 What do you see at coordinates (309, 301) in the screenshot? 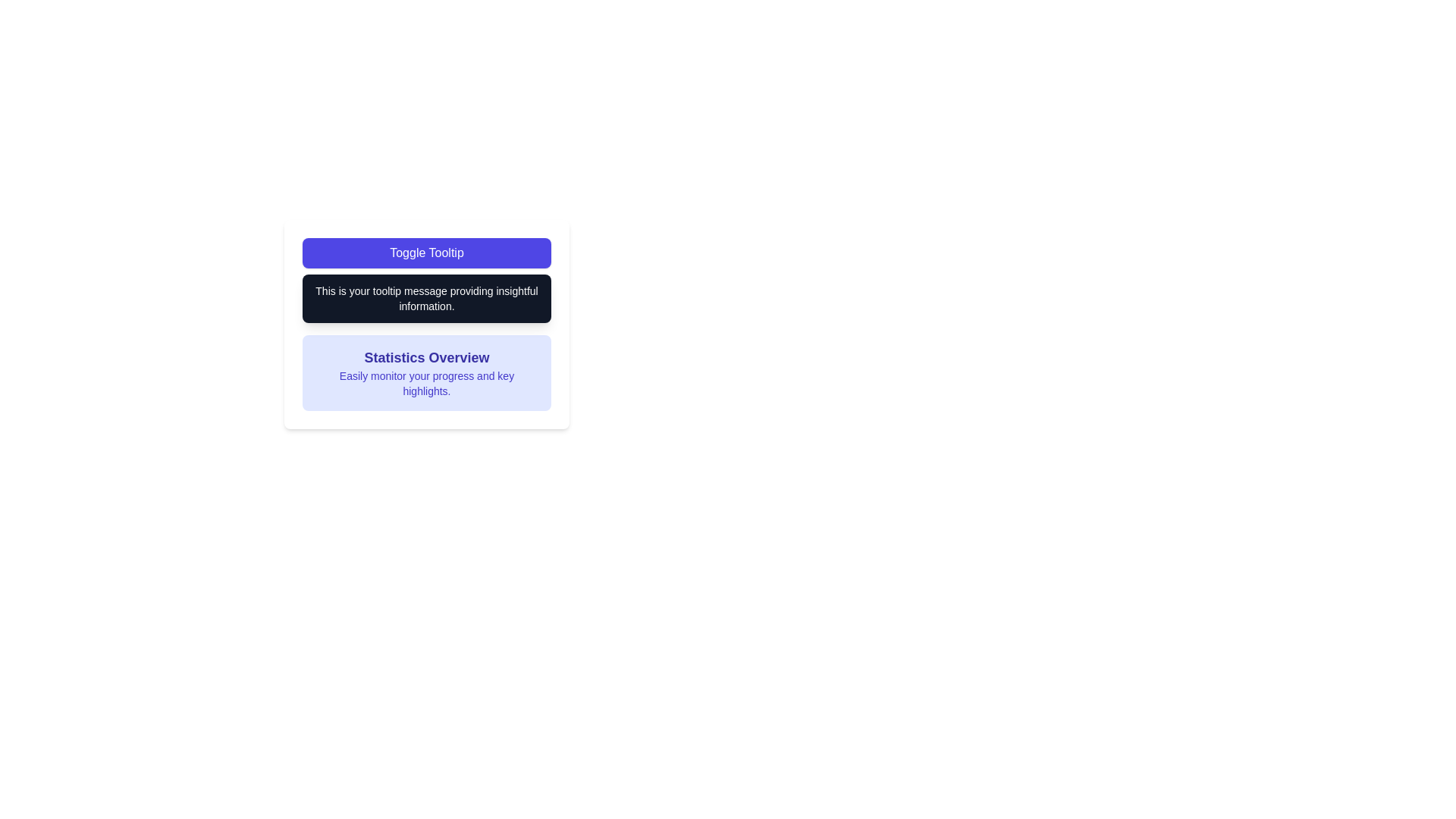
I see `the circular outlined information icon with a blue outline, located near the top left of the tooltip message that says 'Hover over components` at bounding box center [309, 301].